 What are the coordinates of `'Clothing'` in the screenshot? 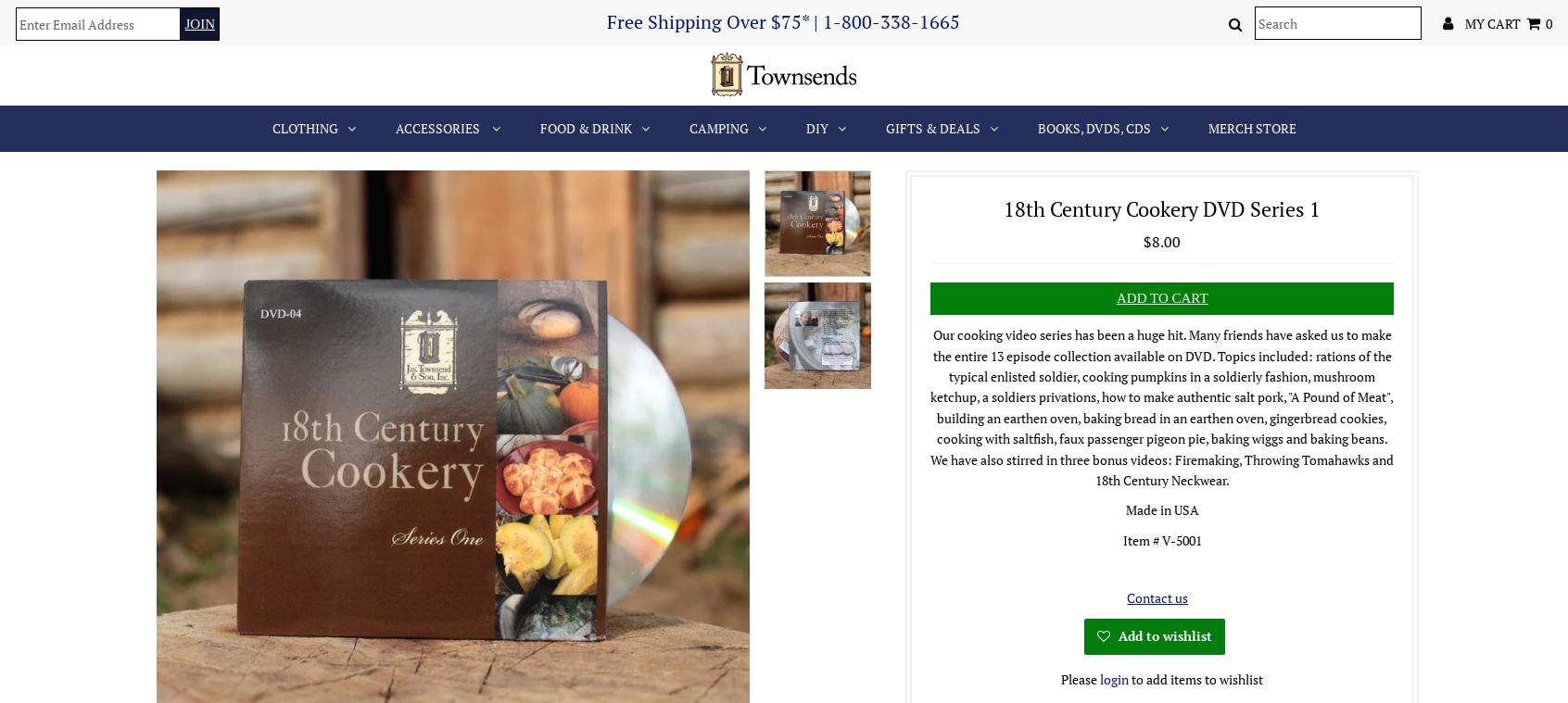 It's located at (303, 127).